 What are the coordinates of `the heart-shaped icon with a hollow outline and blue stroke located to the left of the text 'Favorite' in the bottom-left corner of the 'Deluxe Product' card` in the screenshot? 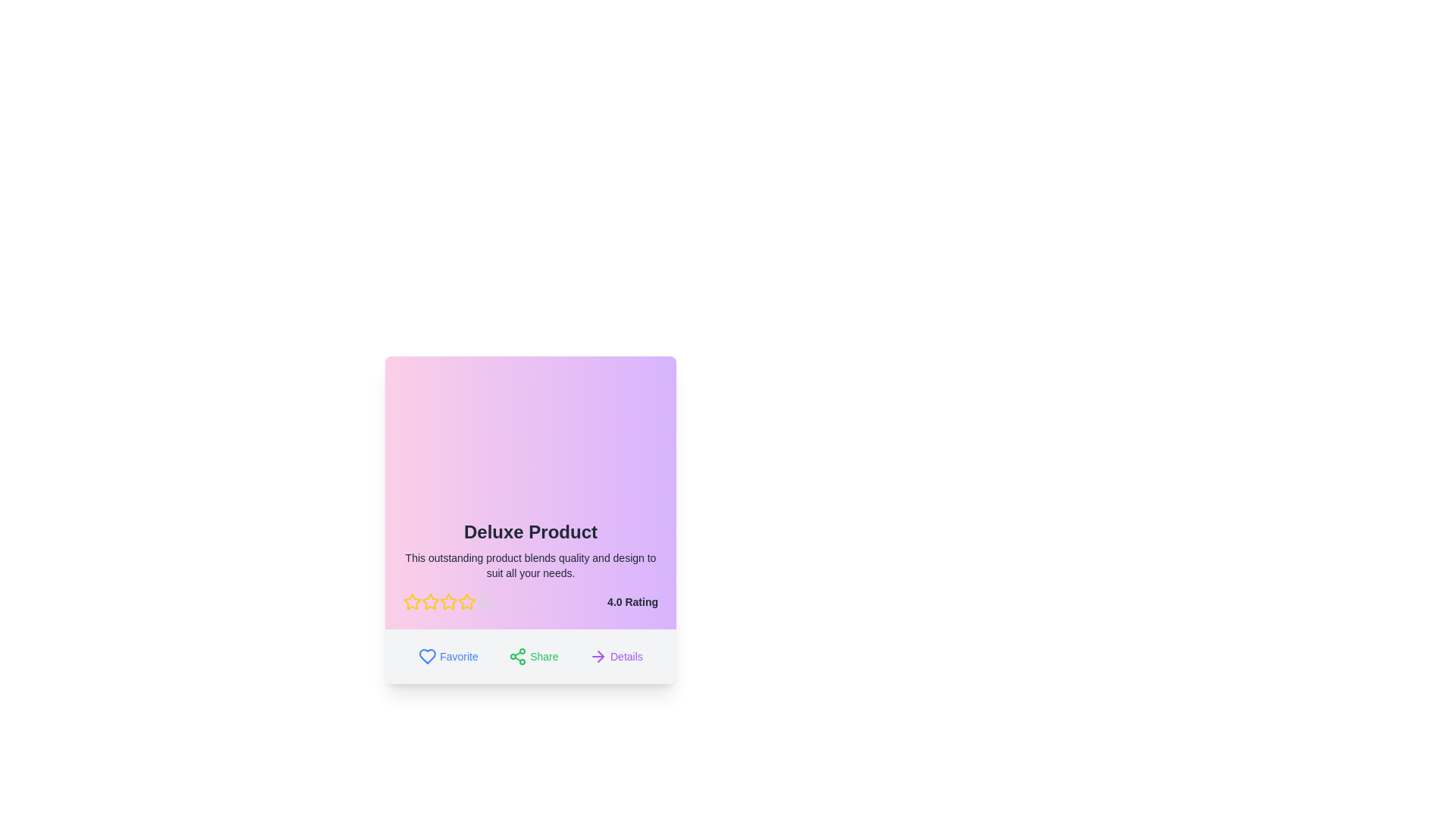 It's located at (427, 656).